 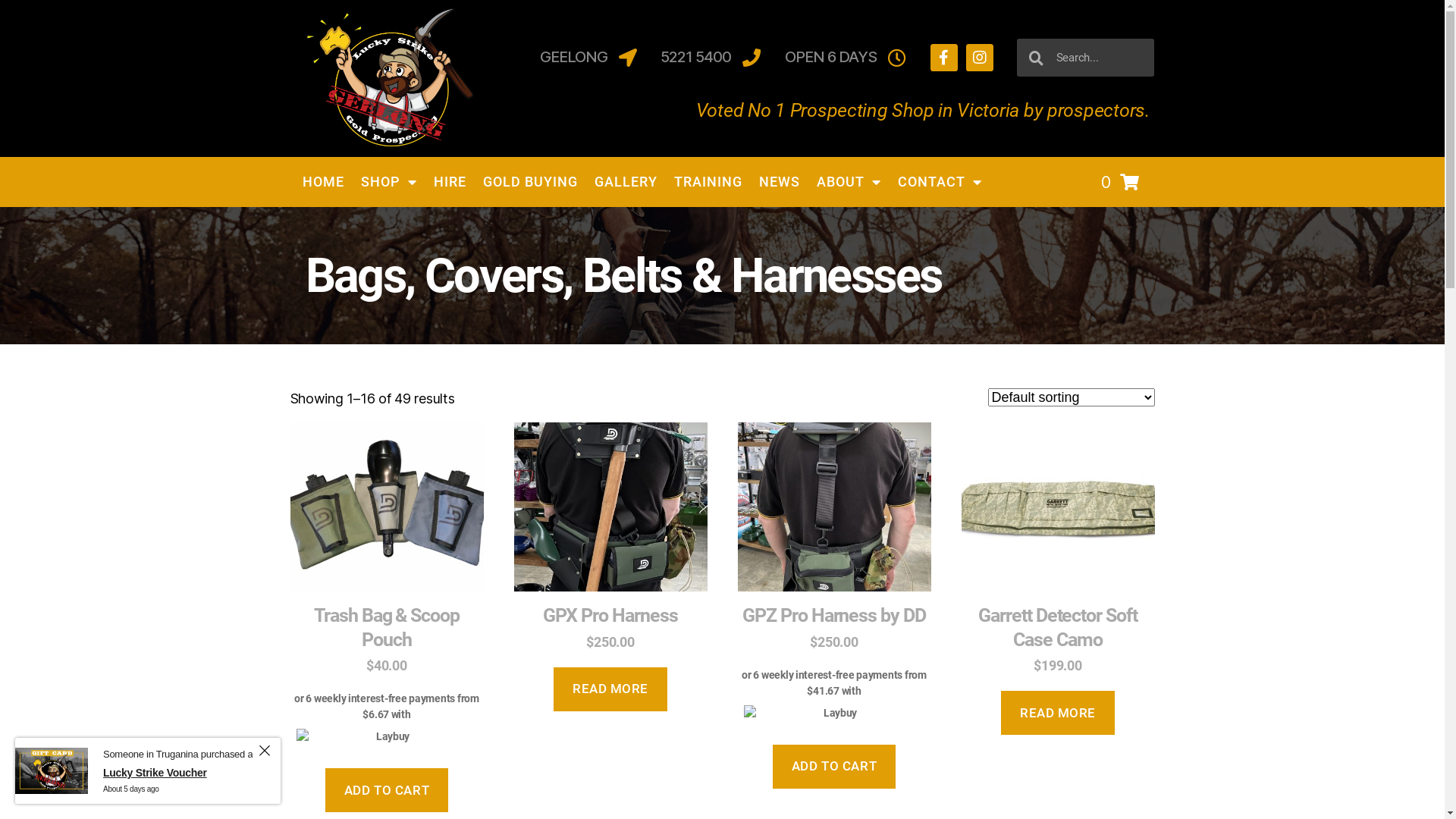 What do you see at coordinates (610, 689) in the screenshot?
I see `'READ MORE'` at bounding box center [610, 689].